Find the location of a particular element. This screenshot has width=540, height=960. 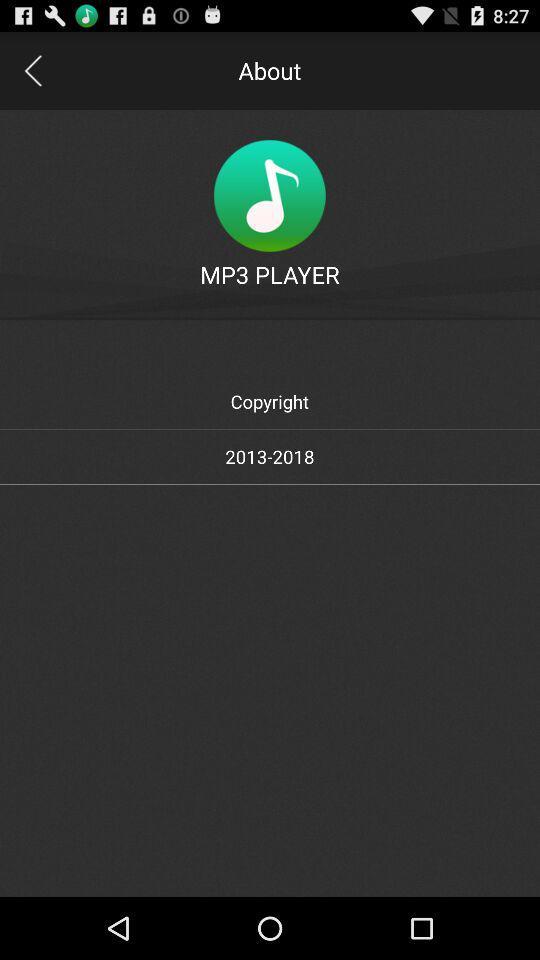

app next to about item is located at coordinates (31, 70).